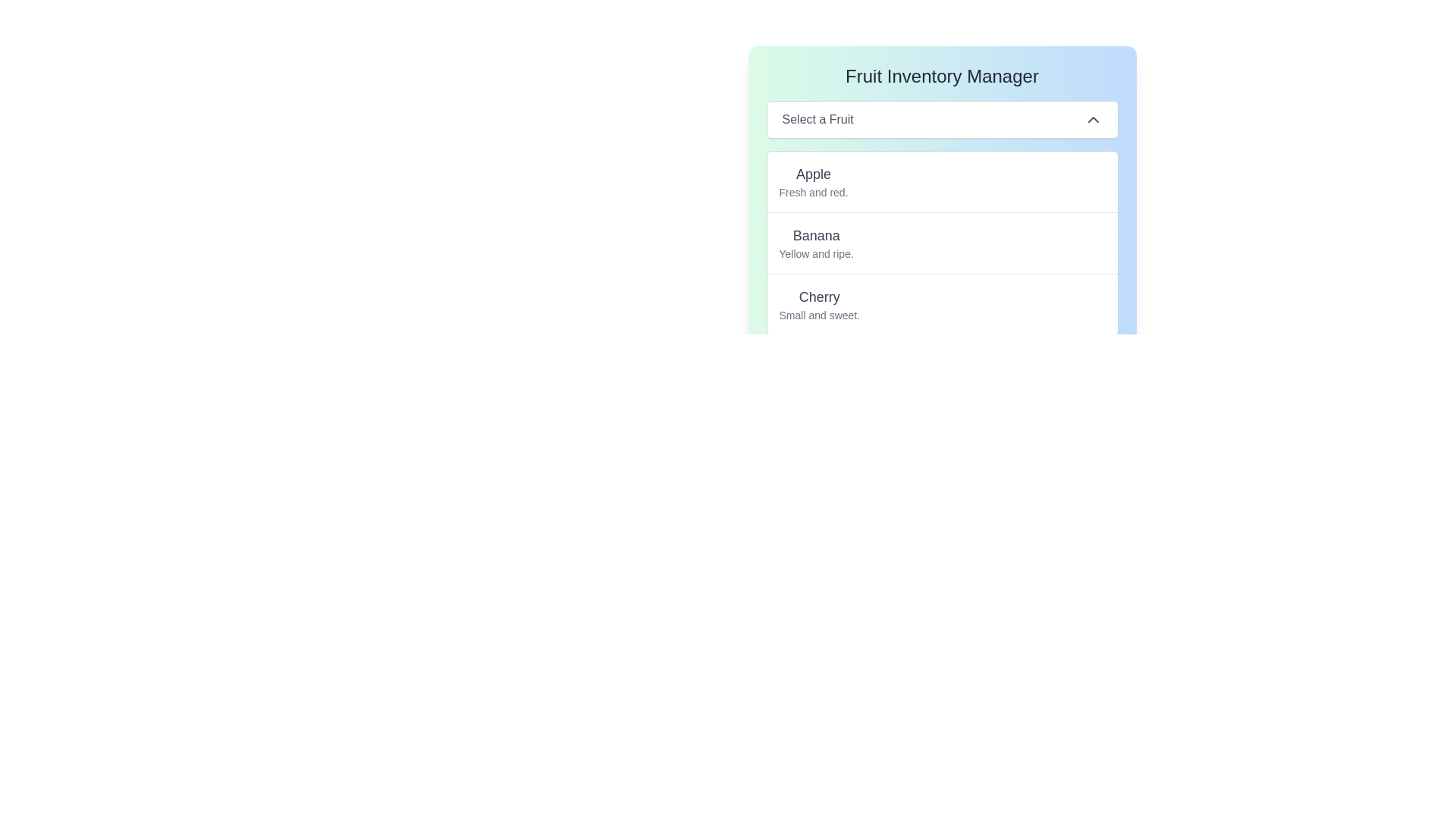 The height and width of the screenshot is (819, 1456). What do you see at coordinates (941, 304) in the screenshot?
I see `the List Item displaying 'Cherry' with the subtitle 'Small and sweet', which is the third item in a list of three items` at bounding box center [941, 304].